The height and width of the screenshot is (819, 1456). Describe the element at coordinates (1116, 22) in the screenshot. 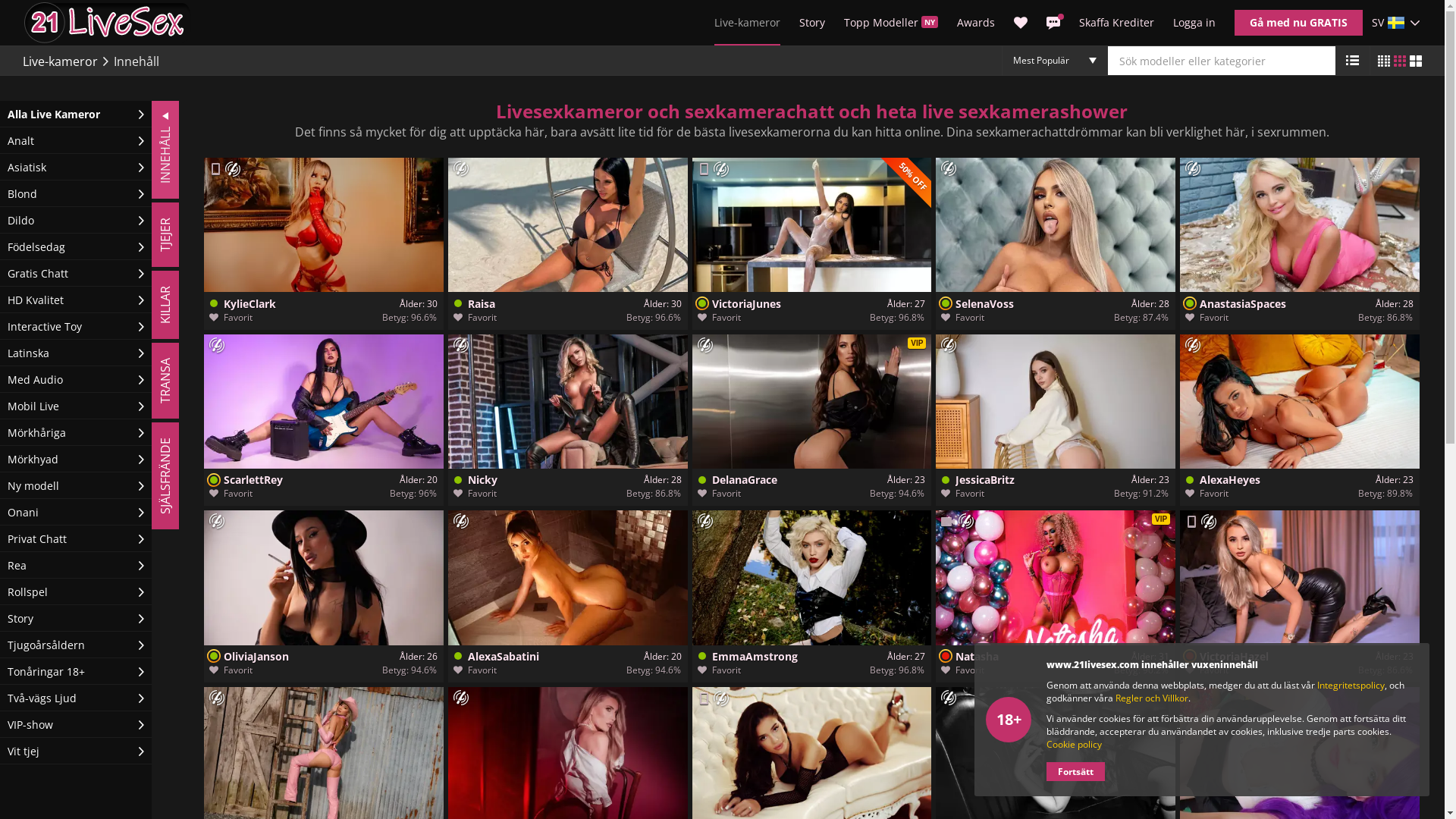

I see `'Skaffa Krediter'` at that location.